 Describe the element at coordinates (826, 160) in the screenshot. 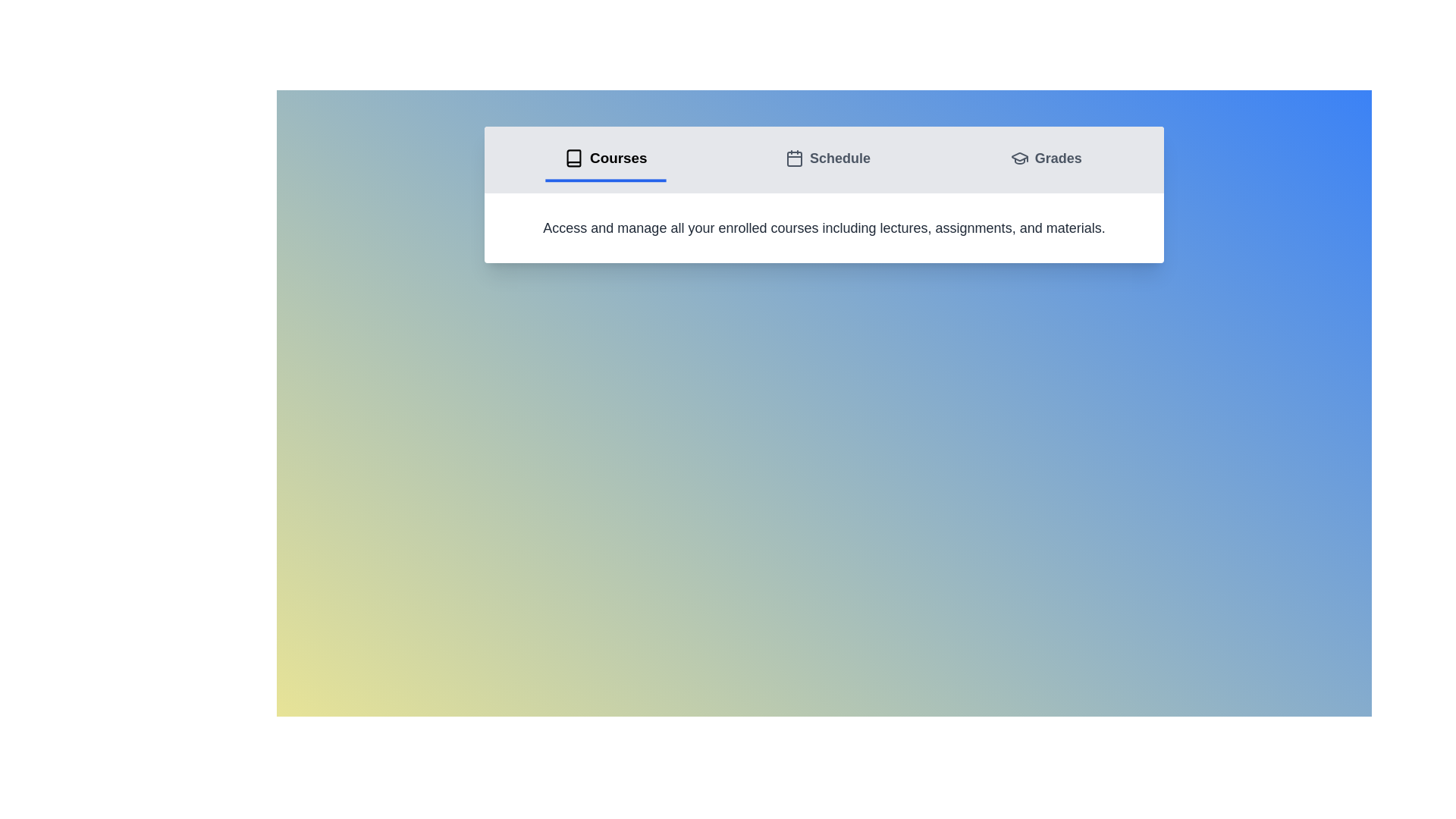

I see `the tab labeled Schedule to display its content` at that location.